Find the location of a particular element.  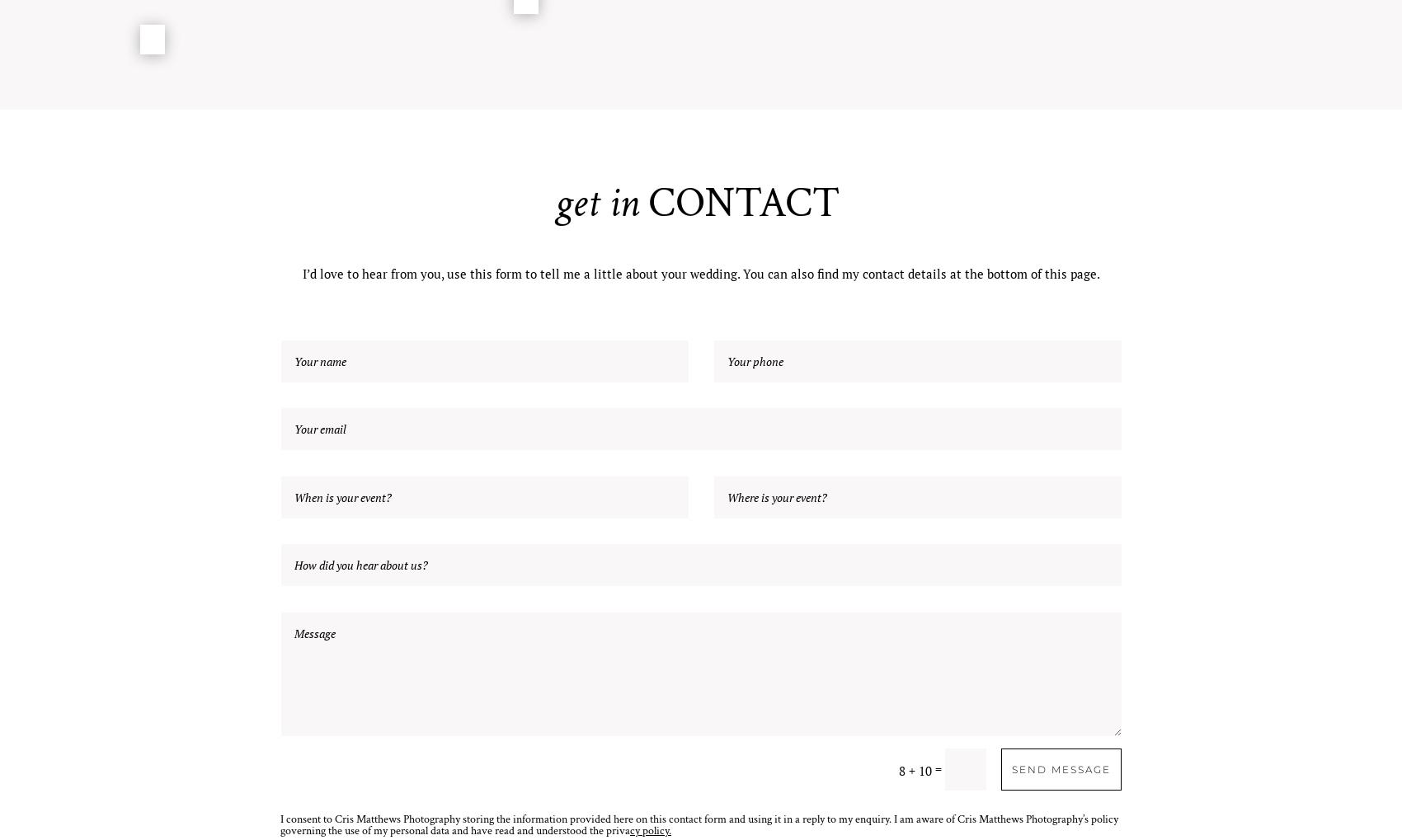

'=' is located at coordinates (938, 767).